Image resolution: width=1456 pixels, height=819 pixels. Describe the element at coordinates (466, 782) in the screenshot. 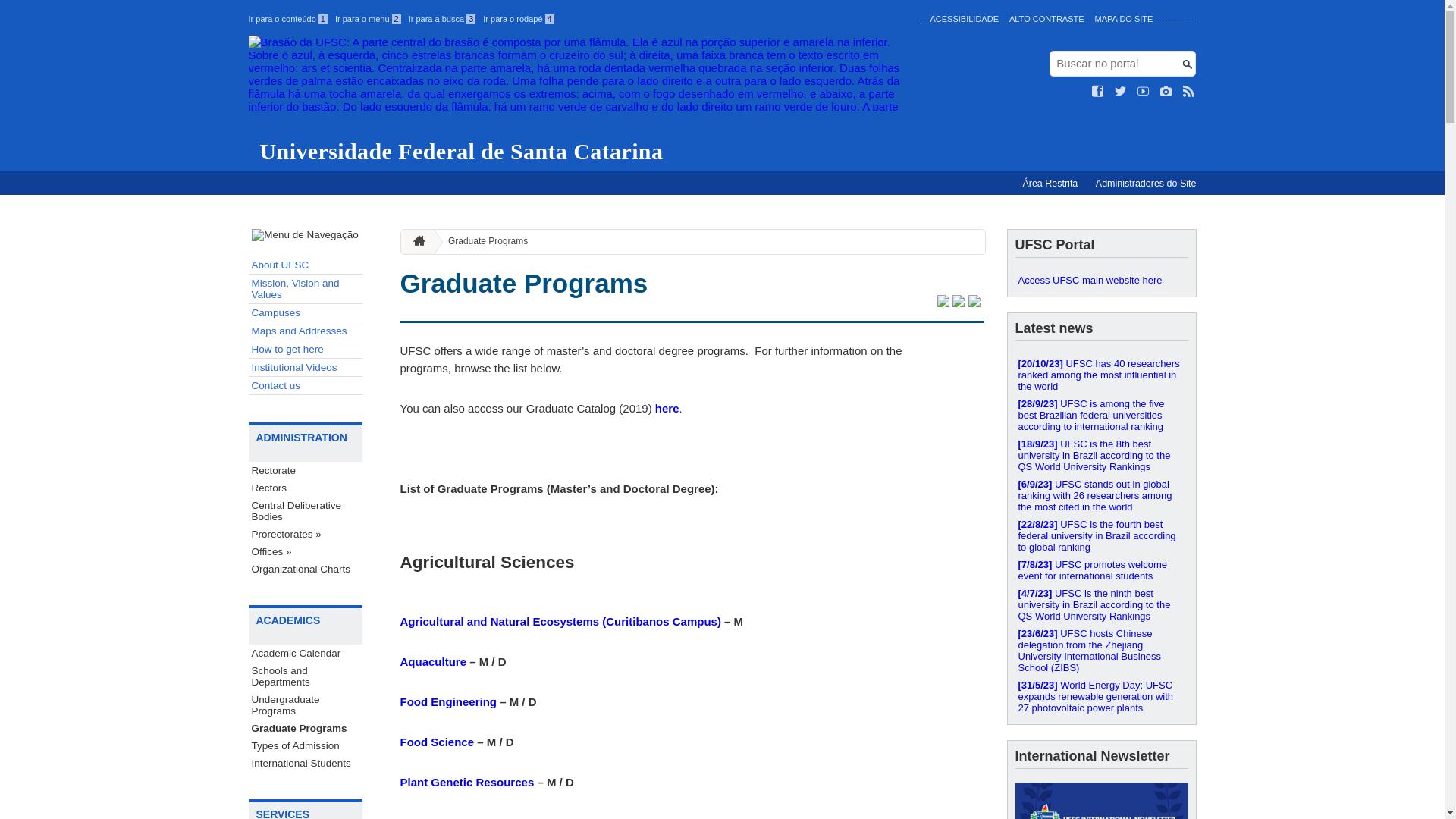

I see `'Plant Genetic Resources'` at that location.